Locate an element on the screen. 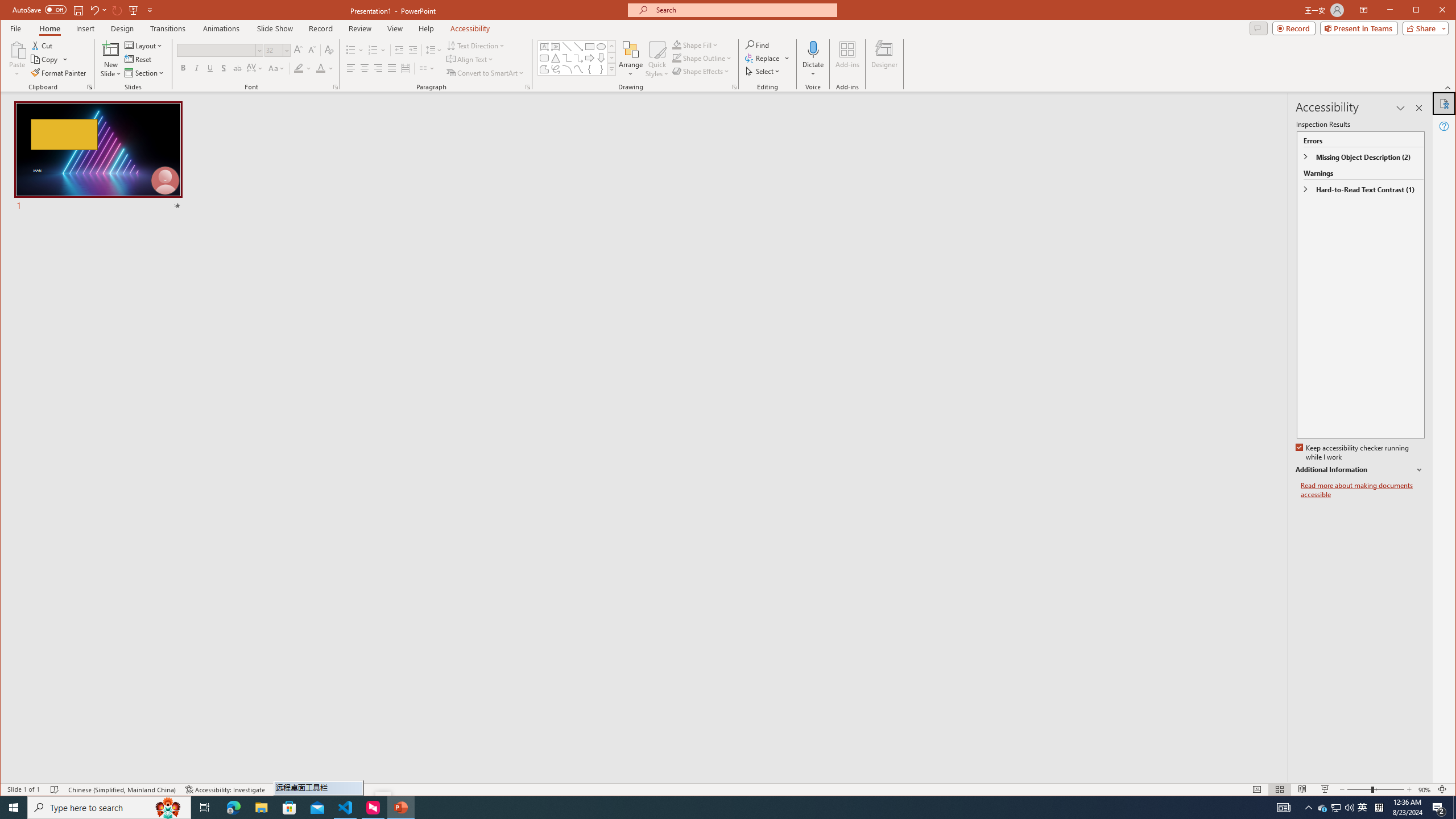 This screenshot has height=819, width=1456. 'Zoom Out' is located at coordinates (1358, 789).